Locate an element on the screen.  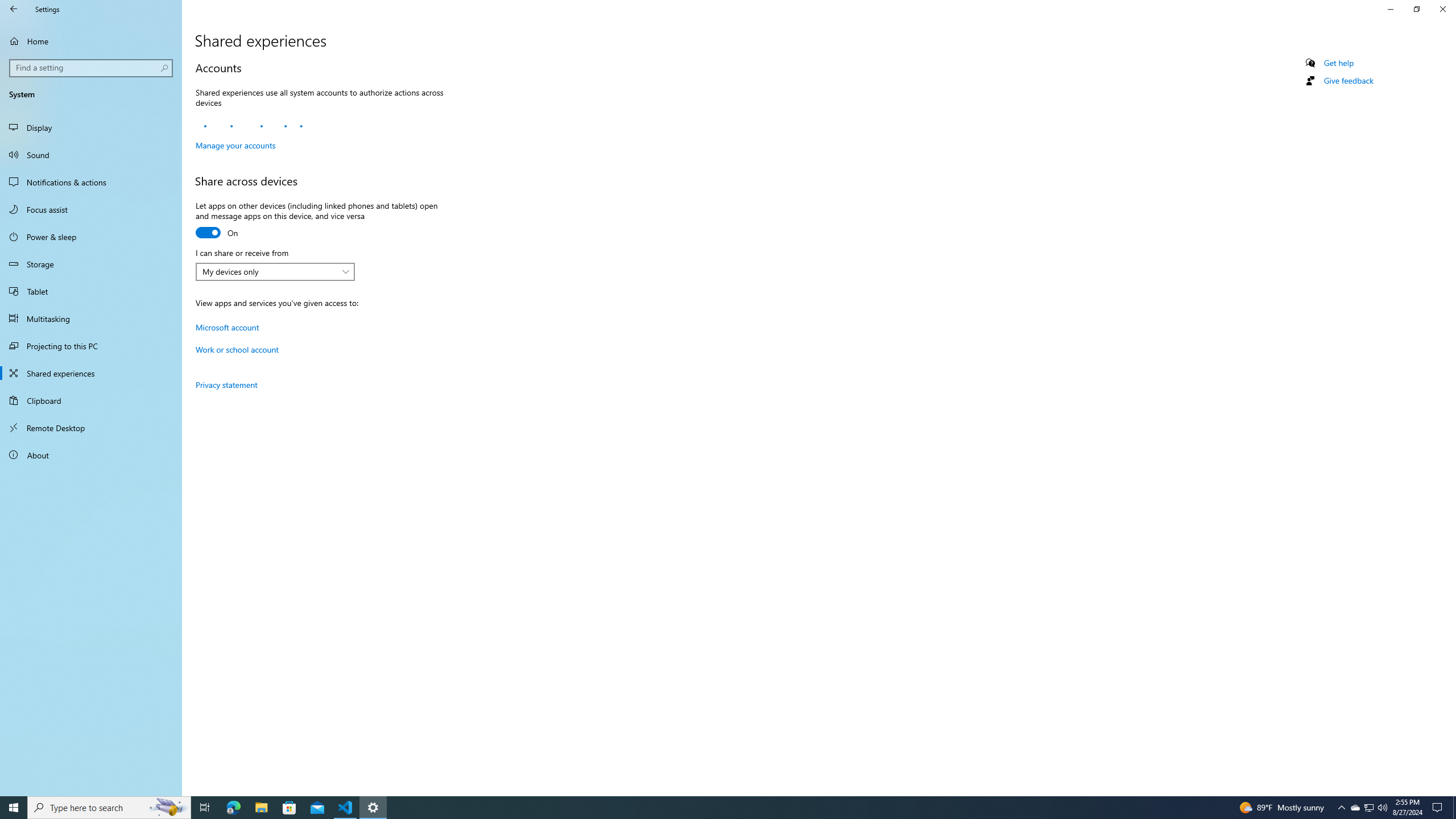
'Type here to search' is located at coordinates (109, 806).